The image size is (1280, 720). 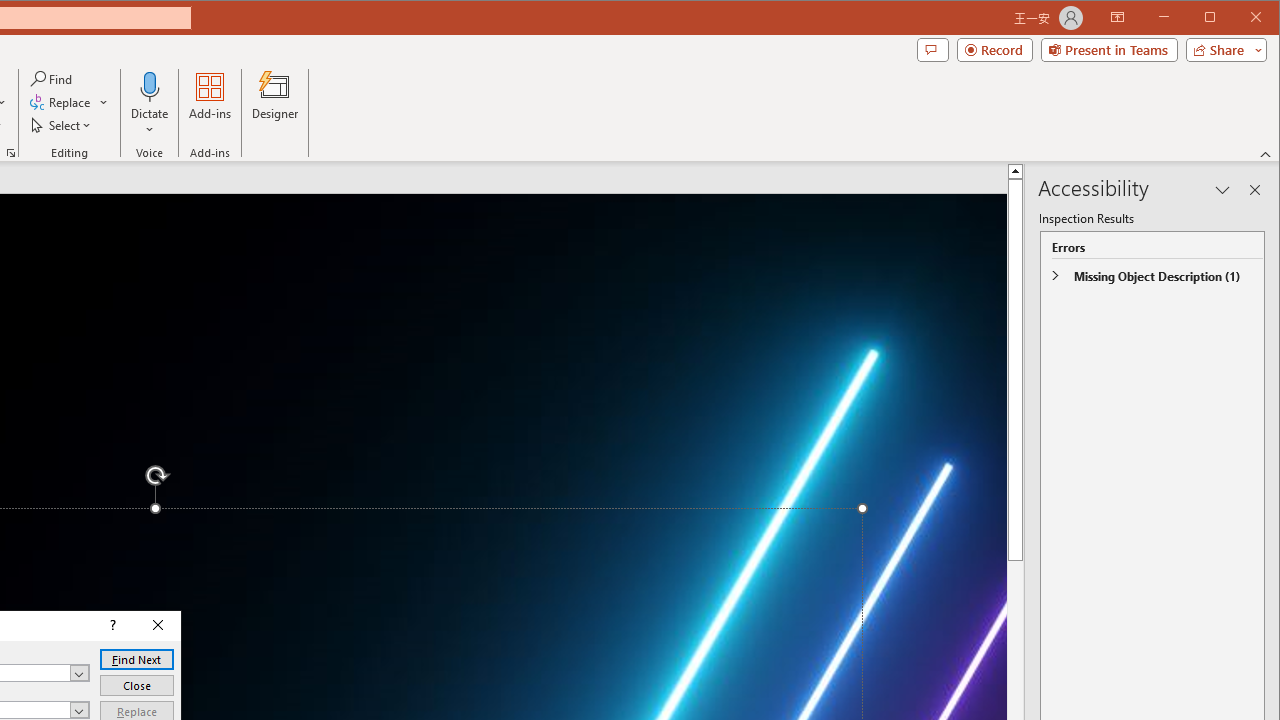 I want to click on 'Maximize', so click(x=1238, y=19).